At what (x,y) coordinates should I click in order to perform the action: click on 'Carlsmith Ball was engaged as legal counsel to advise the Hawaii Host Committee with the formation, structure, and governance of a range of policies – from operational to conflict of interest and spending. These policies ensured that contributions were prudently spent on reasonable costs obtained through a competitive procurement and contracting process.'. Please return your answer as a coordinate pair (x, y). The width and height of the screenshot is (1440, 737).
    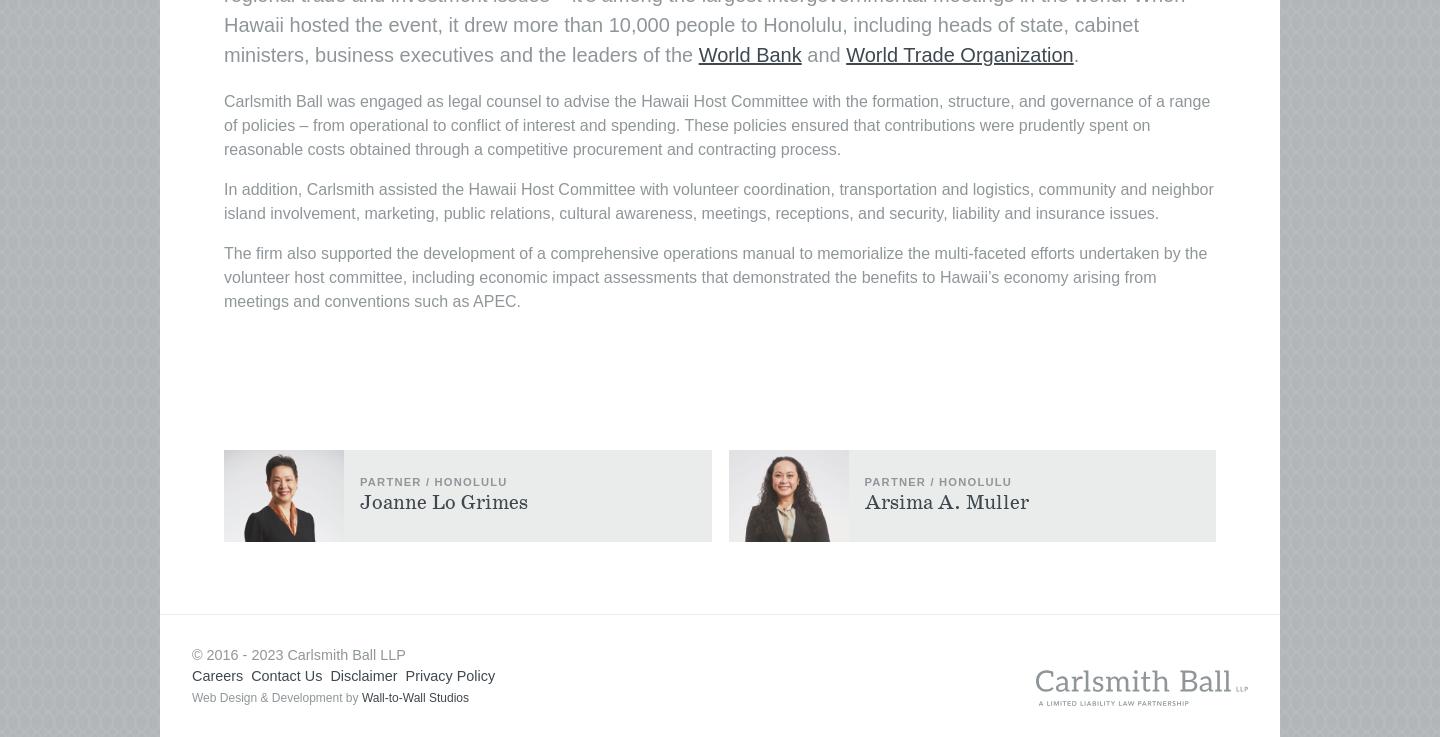
    Looking at the image, I should click on (716, 124).